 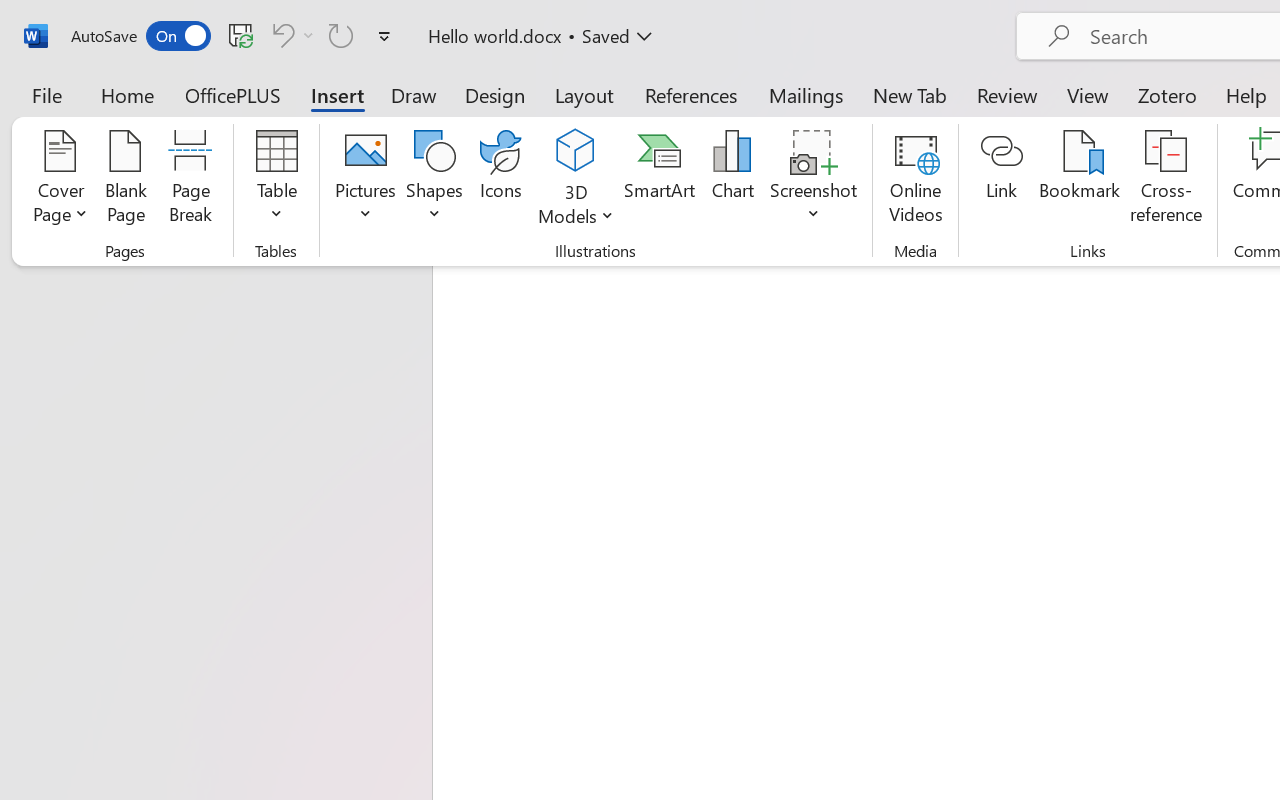 What do you see at coordinates (495, 94) in the screenshot?
I see `'Design'` at bounding box center [495, 94].